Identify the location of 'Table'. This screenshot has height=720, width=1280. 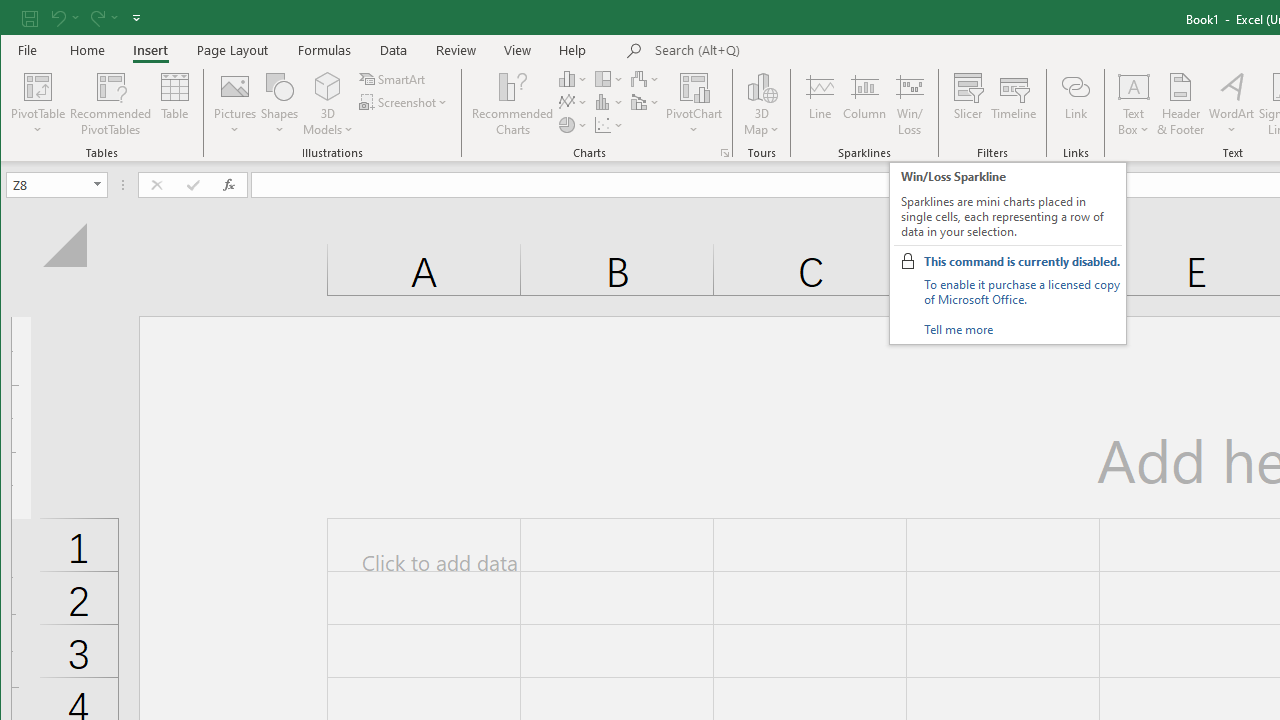
(174, 104).